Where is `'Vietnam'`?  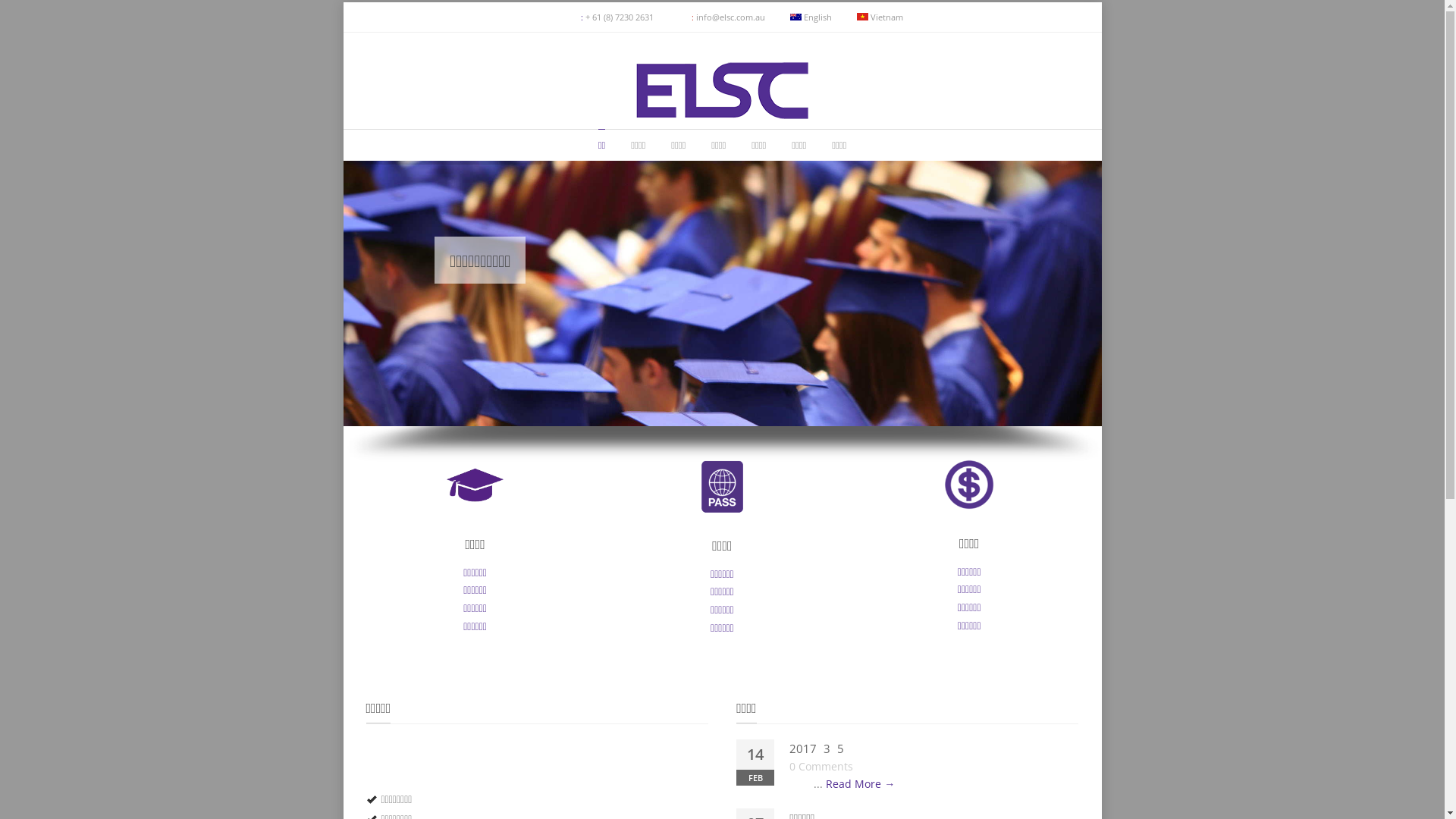 'Vietnam' is located at coordinates (880, 17).